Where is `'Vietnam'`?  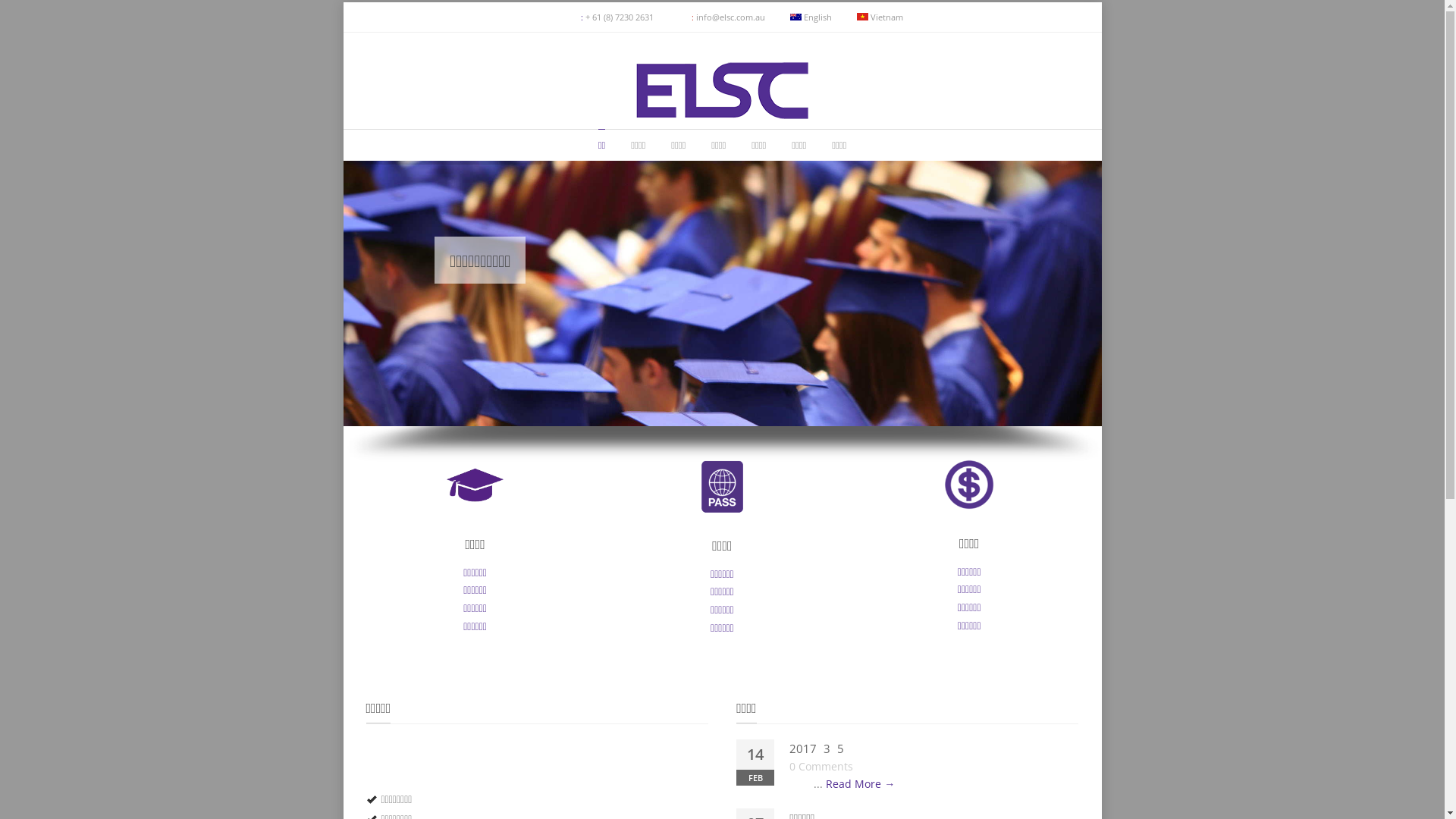 'Vietnam' is located at coordinates (880, 17).